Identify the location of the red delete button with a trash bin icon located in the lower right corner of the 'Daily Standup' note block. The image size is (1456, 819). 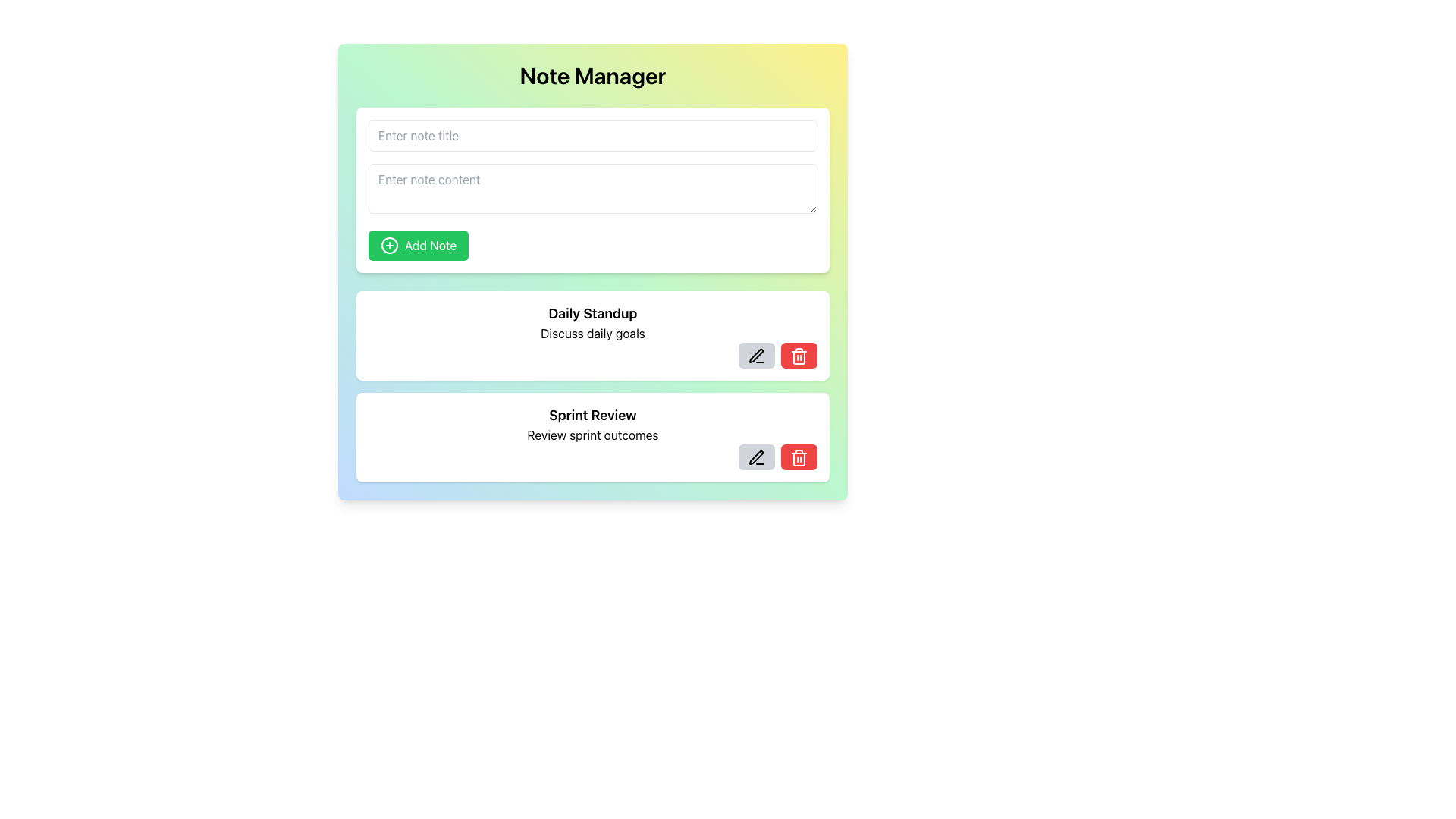
(799, 354).